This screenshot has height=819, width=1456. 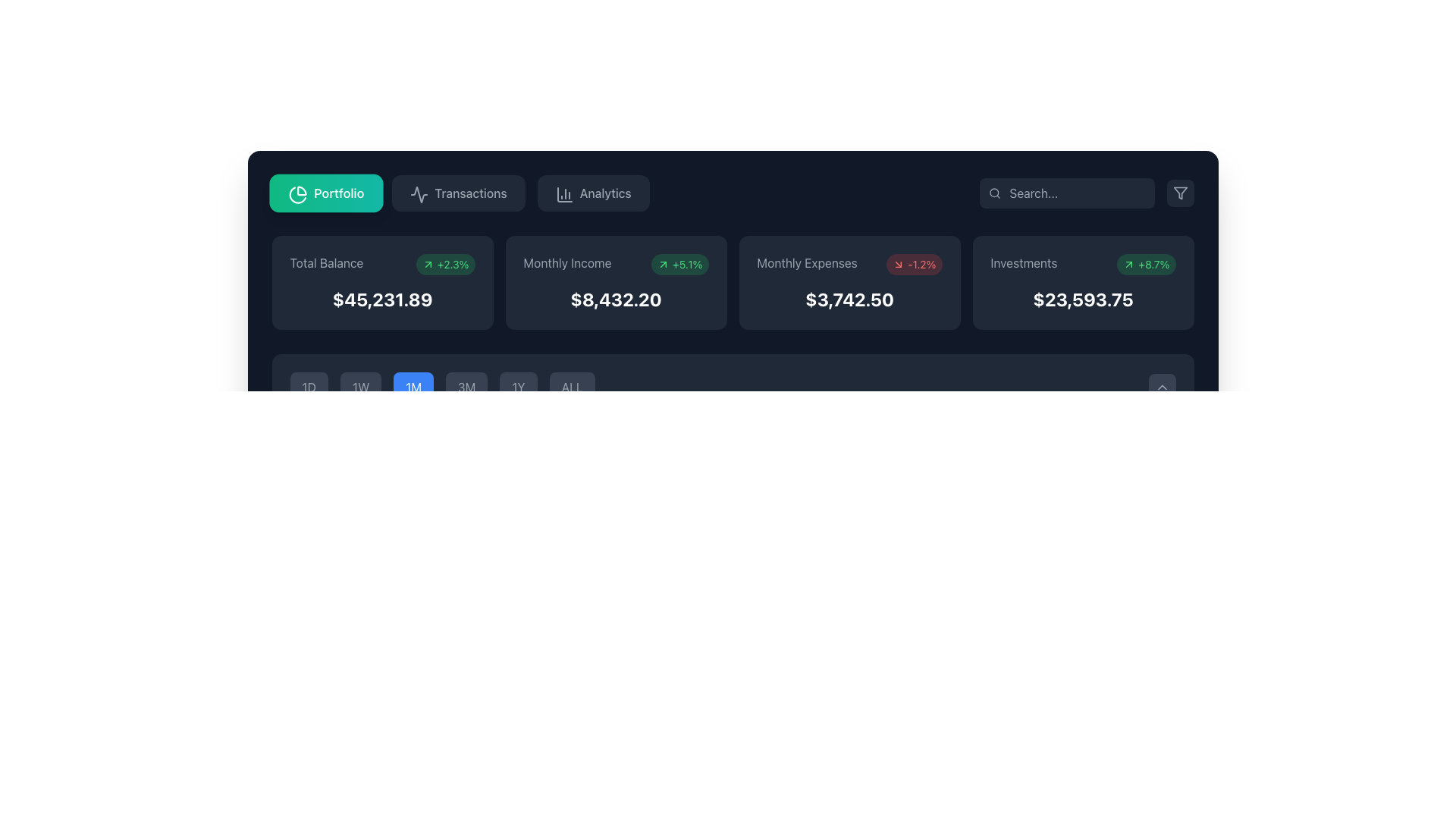 I want to click on the 'Analytics' button located in the row of buttons for navigation to the Analytics section, so click(x=592, y=192).